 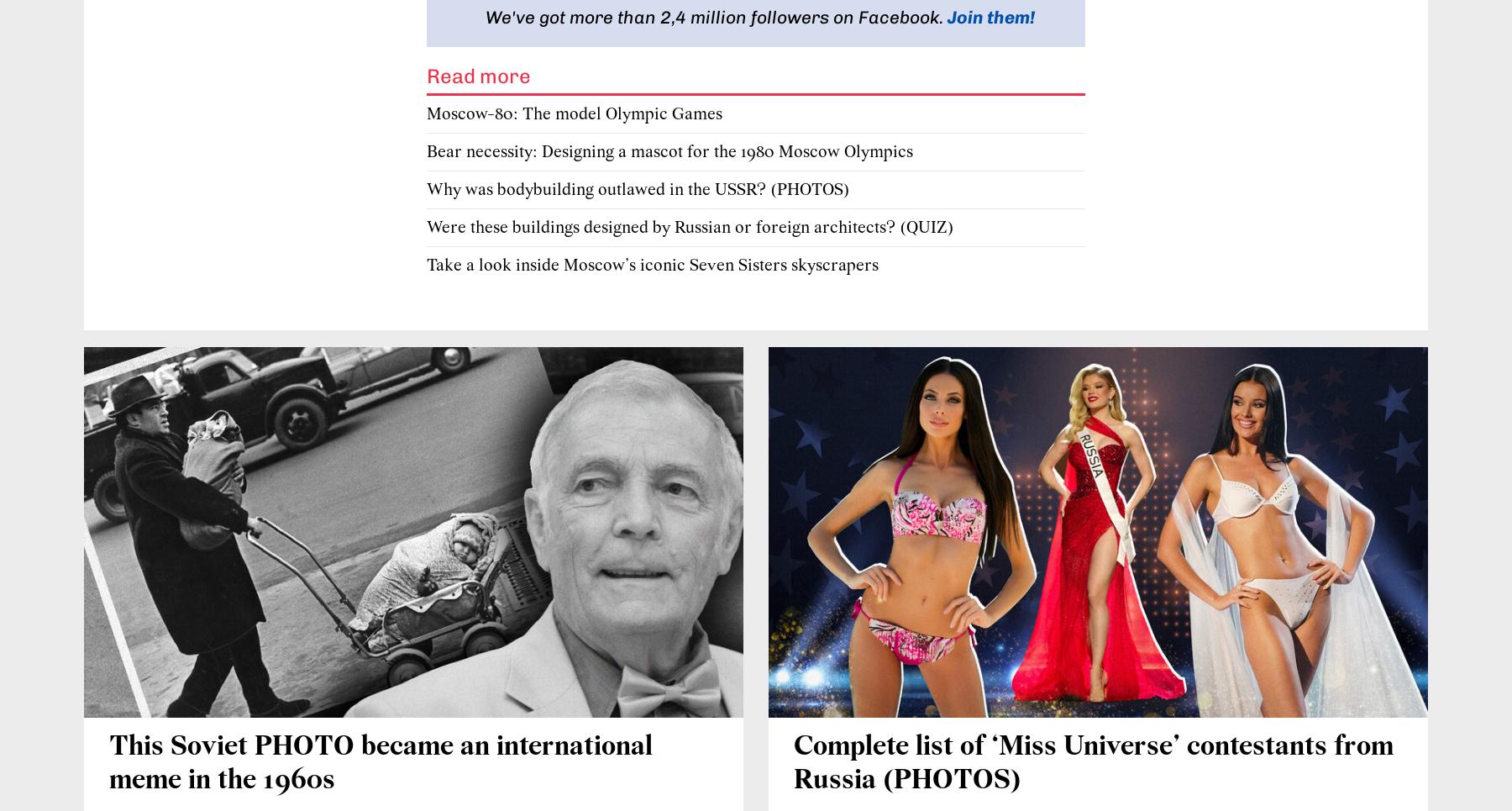 I want to click on 'This Soviet PHOTO became an international meme in the 1960s', so click(x=380, y=762).